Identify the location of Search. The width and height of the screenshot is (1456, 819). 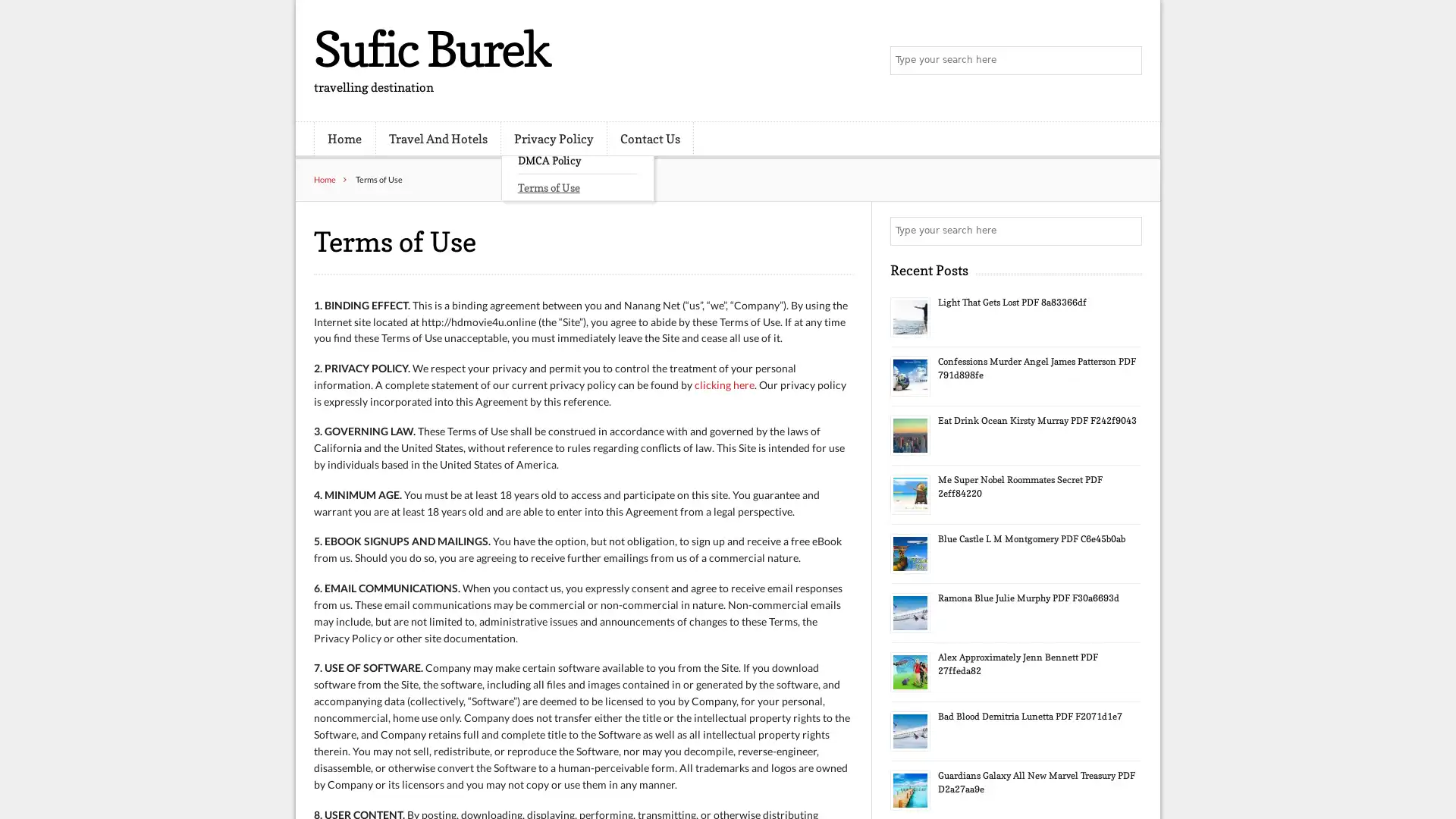
(1126, 231).